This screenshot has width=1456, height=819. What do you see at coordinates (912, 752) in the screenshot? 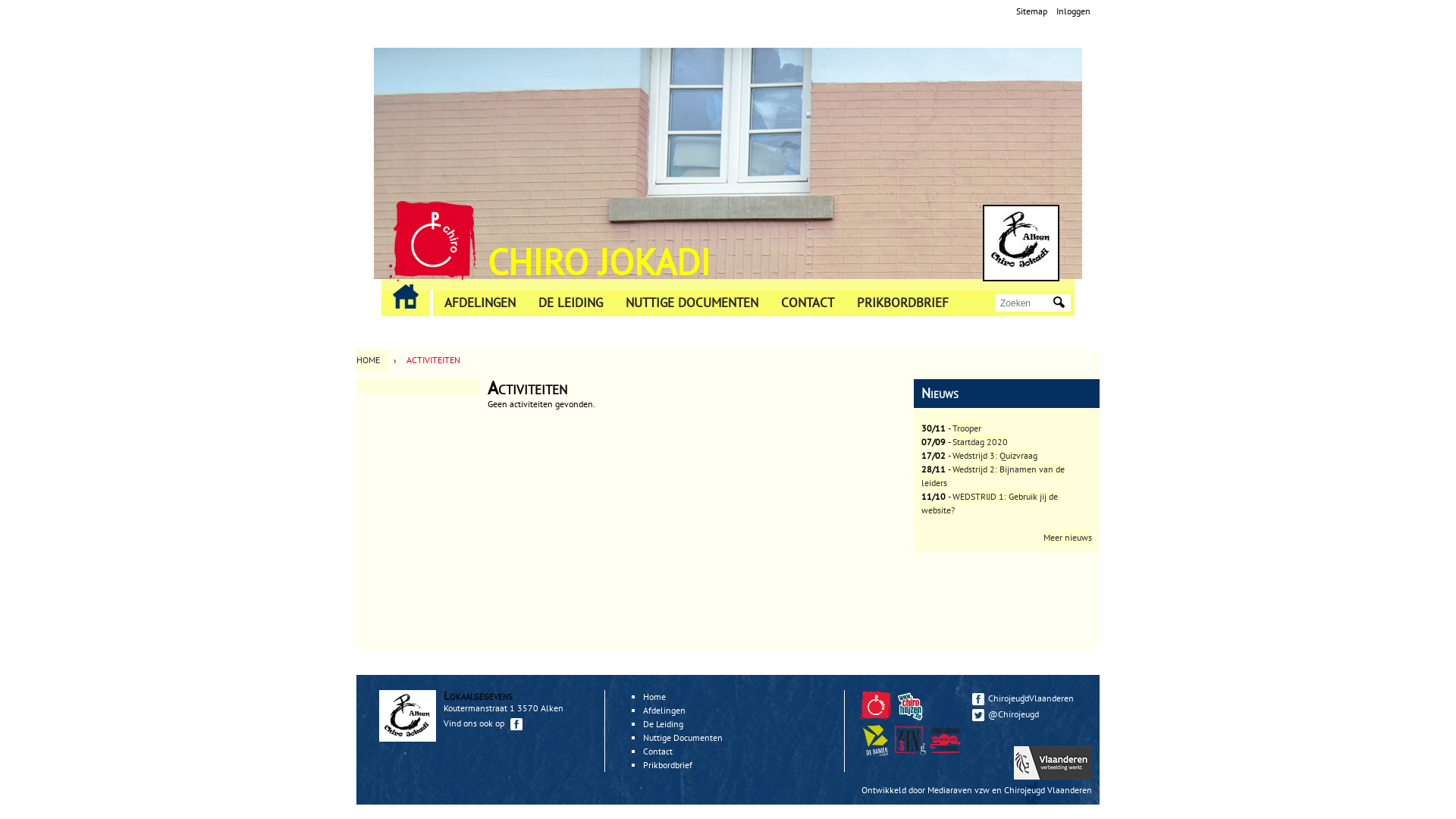
I see `'Zindering'` at bounding box center [912, 752].